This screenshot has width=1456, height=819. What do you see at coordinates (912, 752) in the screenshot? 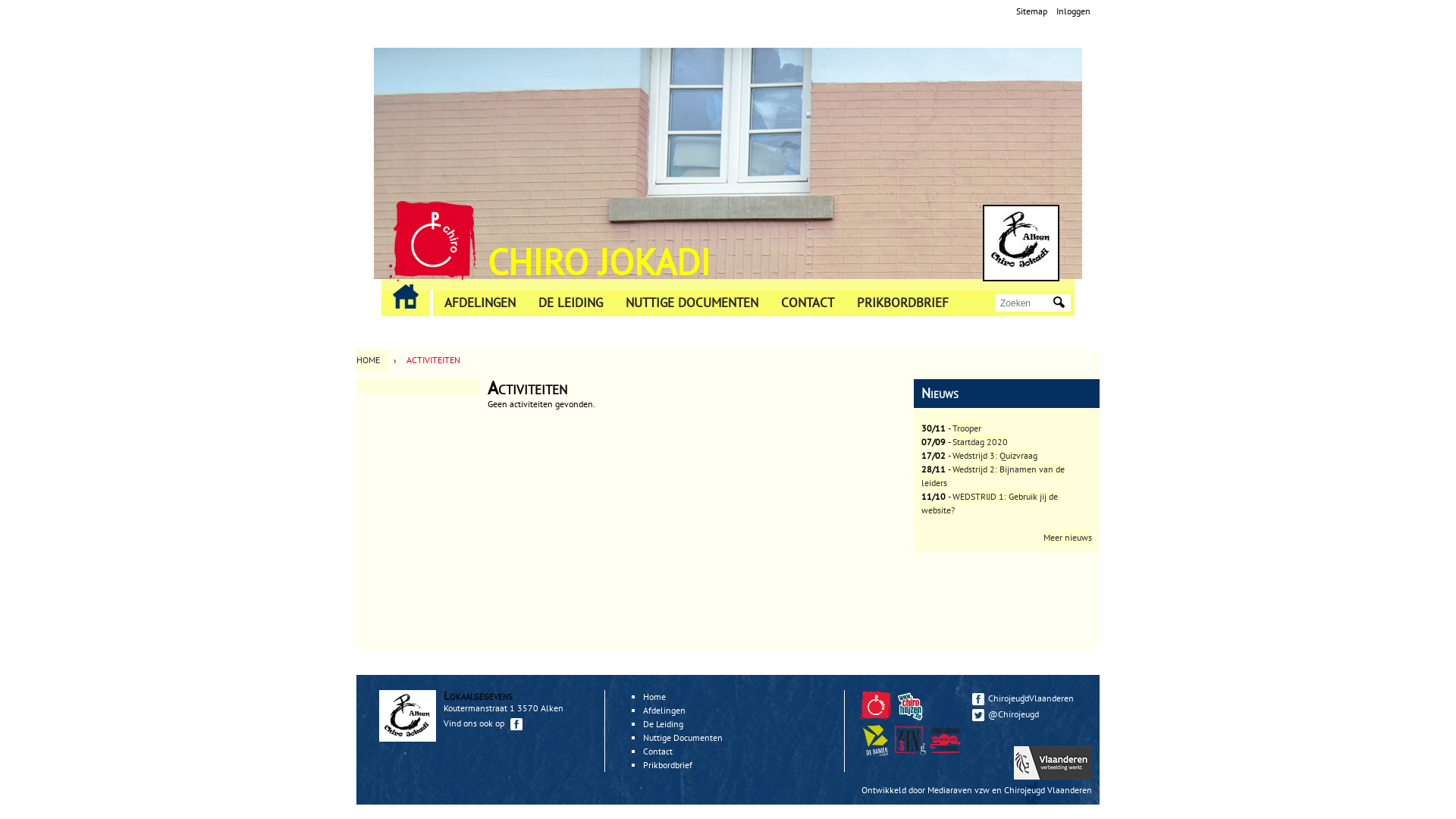
I see `'Zindering'` at bounding box center [912, 752].